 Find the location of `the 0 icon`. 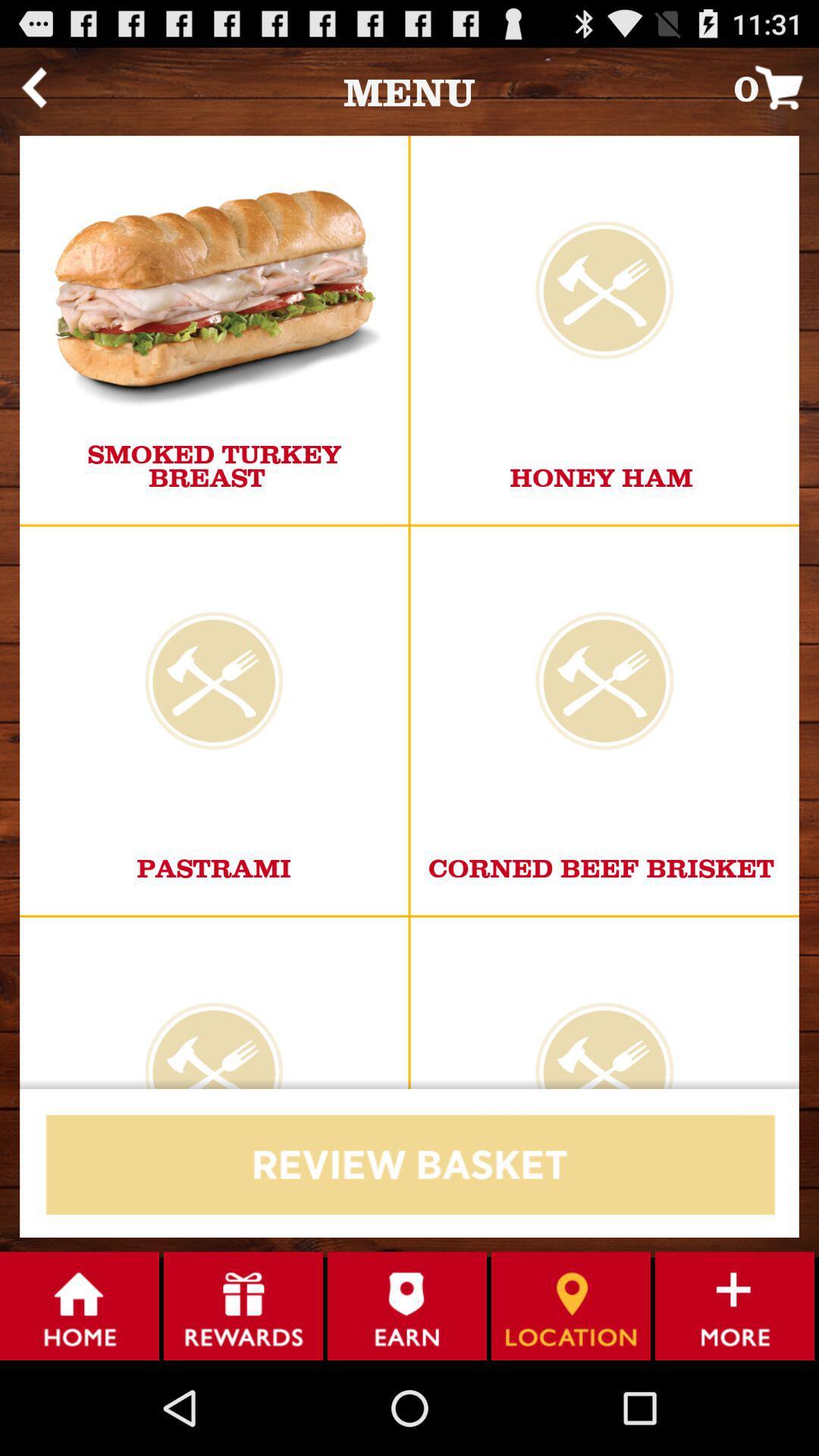

the 0 icon is located at coordinates (776, 86).